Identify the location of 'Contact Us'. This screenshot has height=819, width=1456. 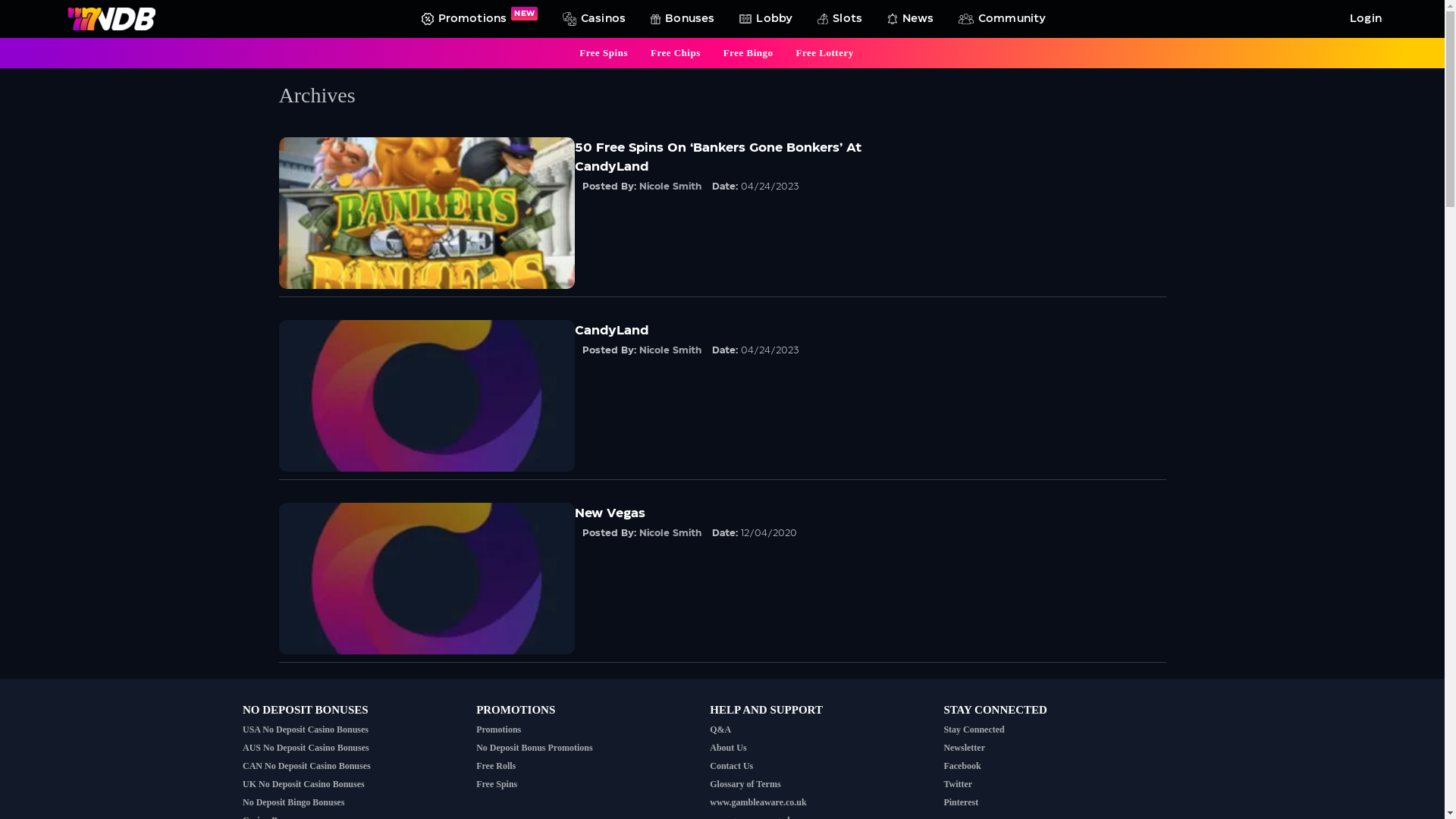
(731, 766).